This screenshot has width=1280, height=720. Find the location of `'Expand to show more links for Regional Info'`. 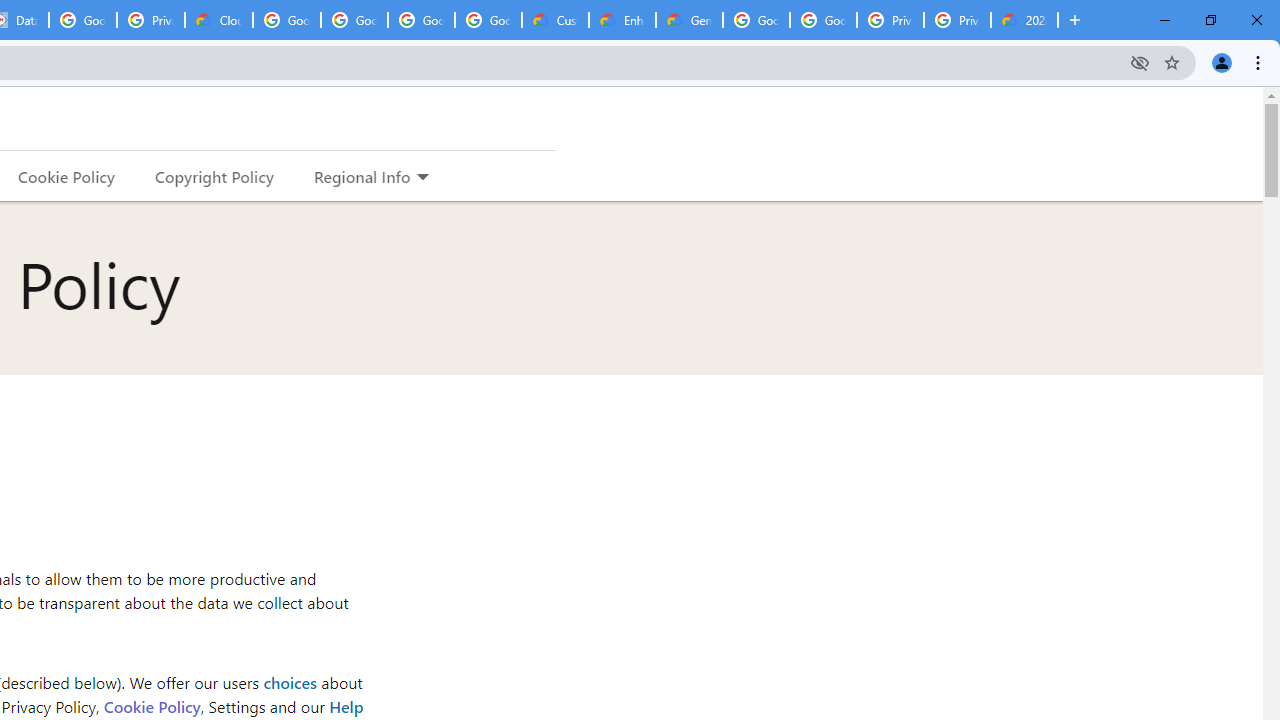

'Expand to show more links for Regional Info' is located at coordinates (421, 177).